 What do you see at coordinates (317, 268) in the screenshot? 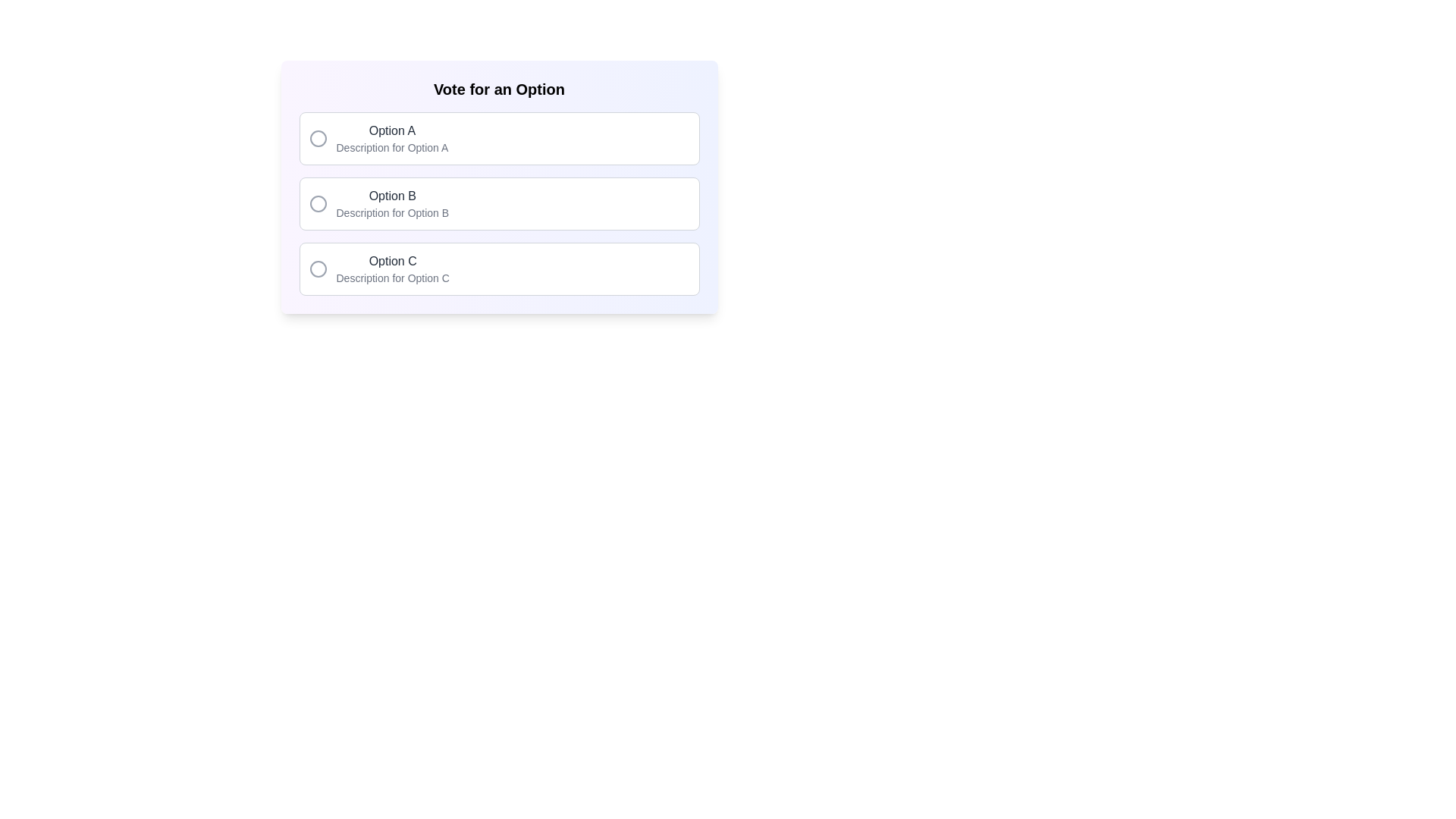
I see `the Circle graphical element of the radiobutton for 'Option C' to view the additional context menu` at bounding box center [317, 268].